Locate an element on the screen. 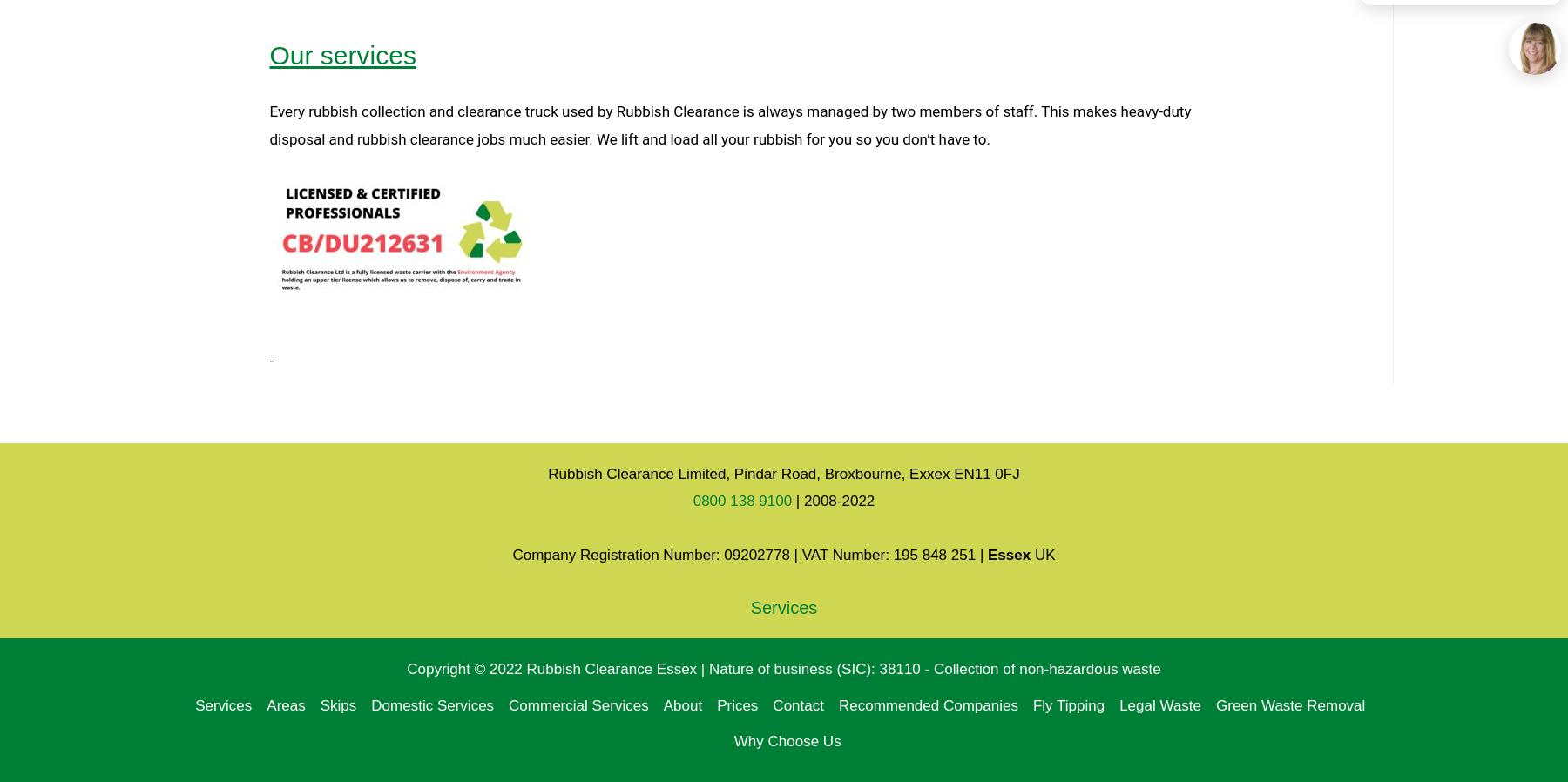 Image resolution: width=1568 pixels, height=782 pixels. 'Commercial Services' is located at coordinates (578, 704).